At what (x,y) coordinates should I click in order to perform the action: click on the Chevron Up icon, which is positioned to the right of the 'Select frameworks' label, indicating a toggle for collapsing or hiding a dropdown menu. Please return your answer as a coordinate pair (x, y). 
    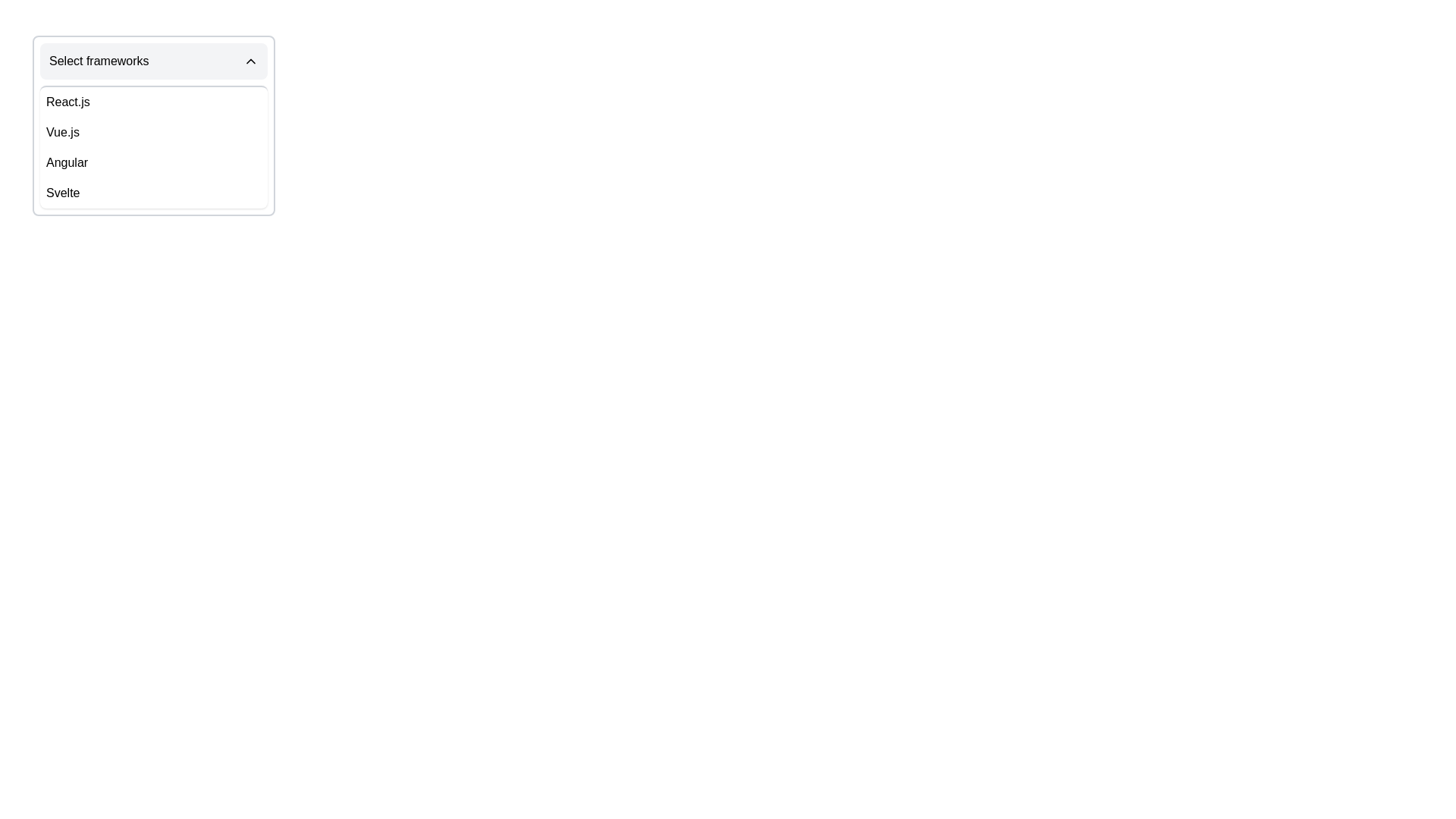
    Looking at the image, I should click on (251, 61).